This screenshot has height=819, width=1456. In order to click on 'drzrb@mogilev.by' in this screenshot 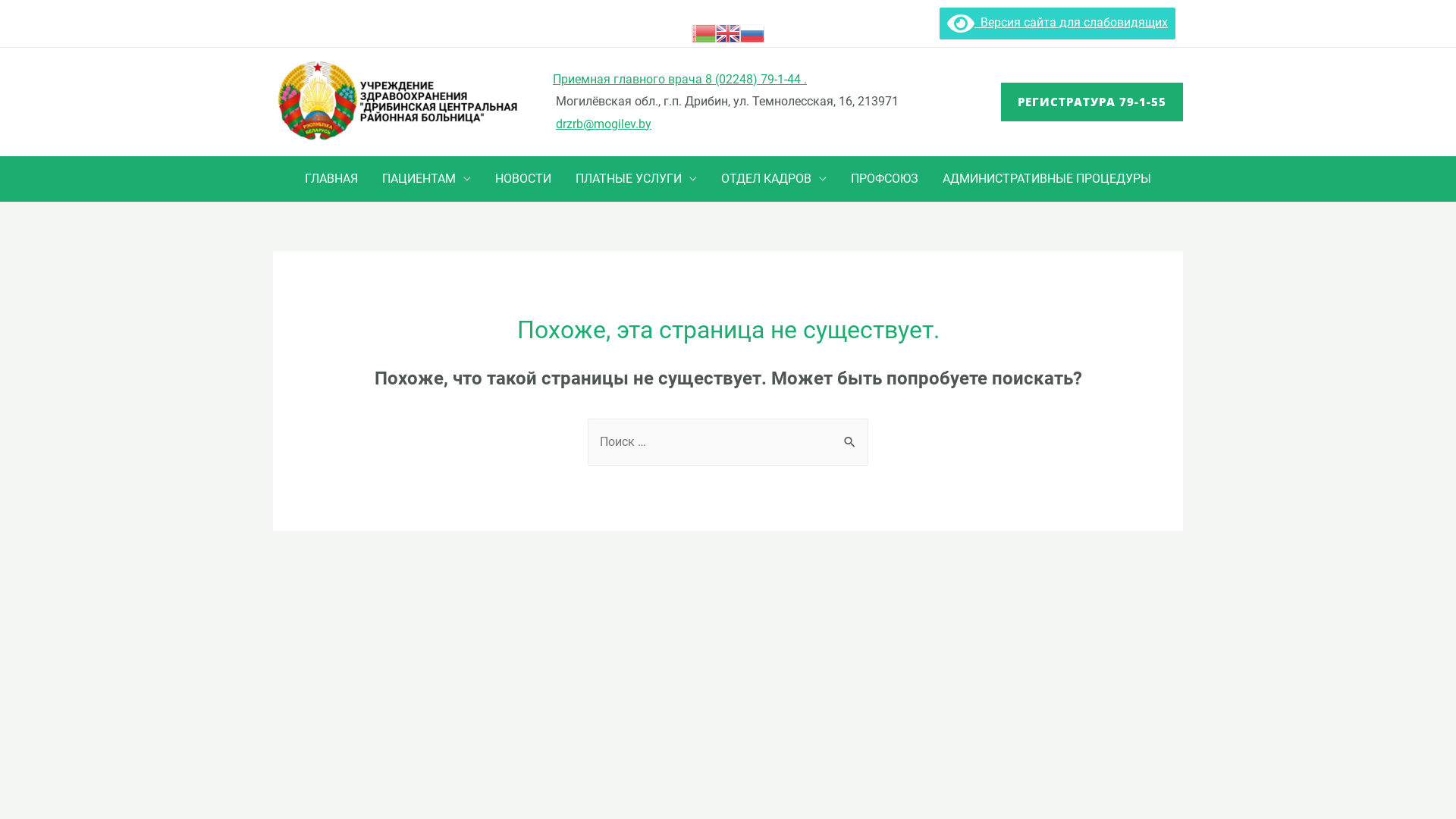, I will do `click(603, 123)`.